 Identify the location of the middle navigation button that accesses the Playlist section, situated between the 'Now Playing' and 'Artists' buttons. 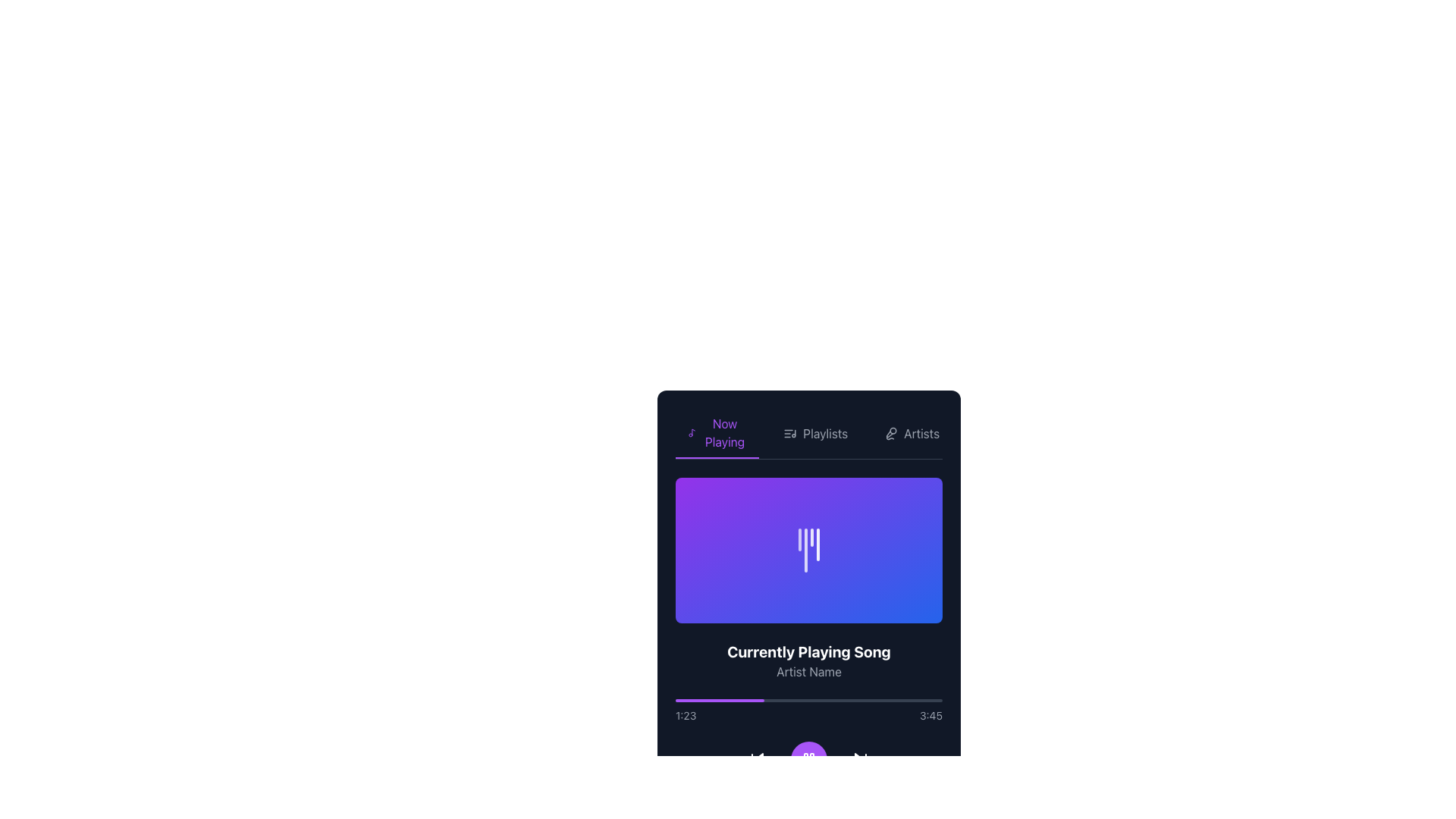
(814, 433).